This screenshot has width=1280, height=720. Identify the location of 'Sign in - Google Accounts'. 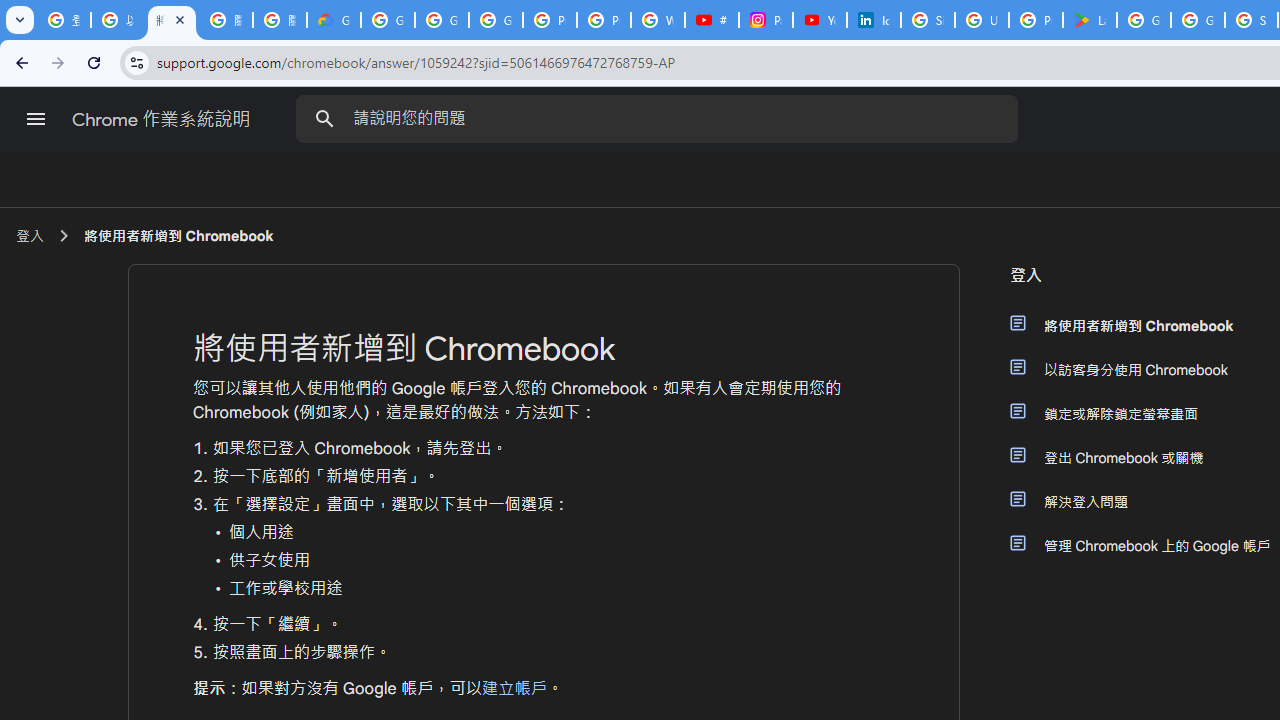
(927, 20).